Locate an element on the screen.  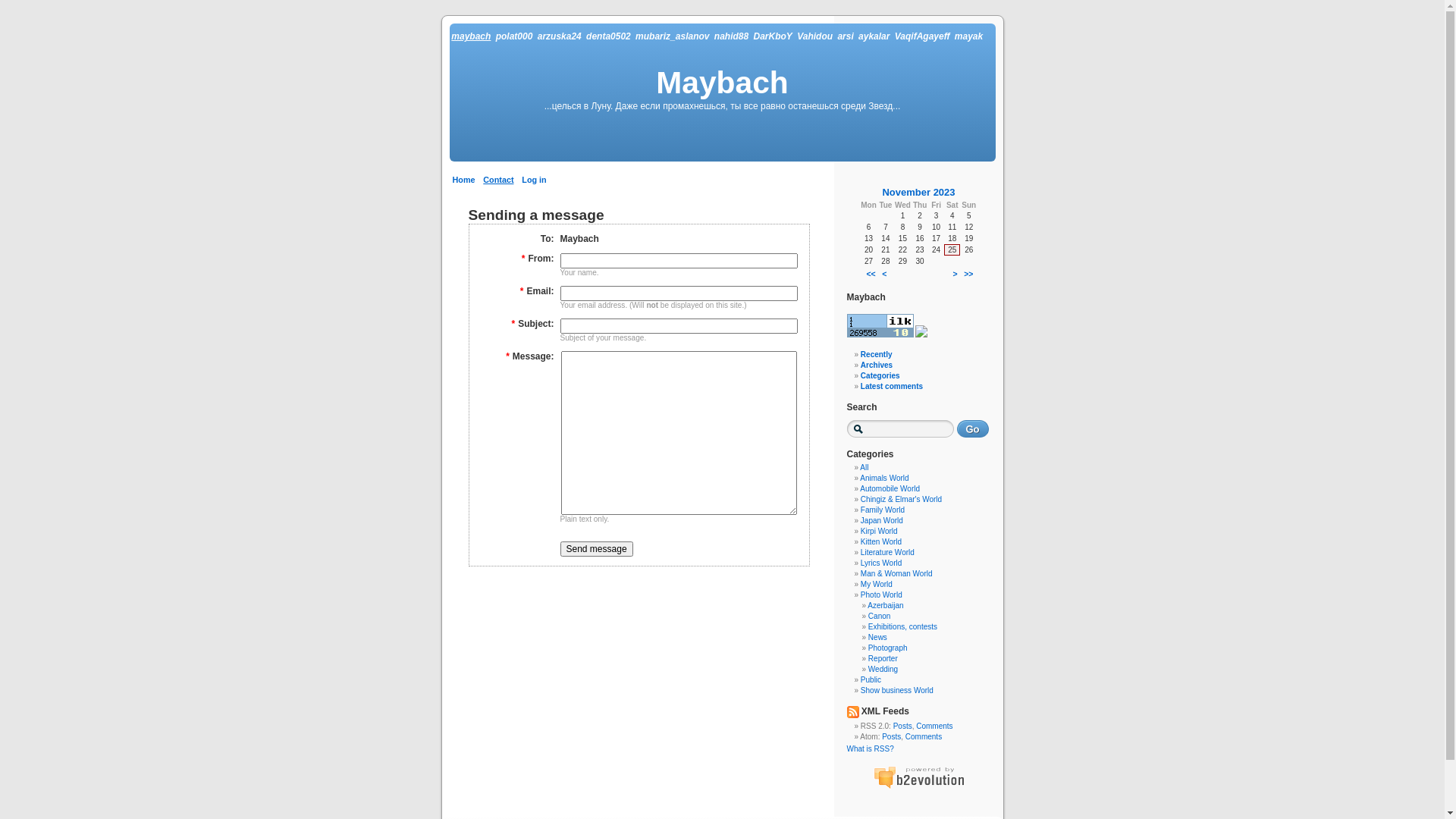
'My World' is located at coordinates (877, 583).